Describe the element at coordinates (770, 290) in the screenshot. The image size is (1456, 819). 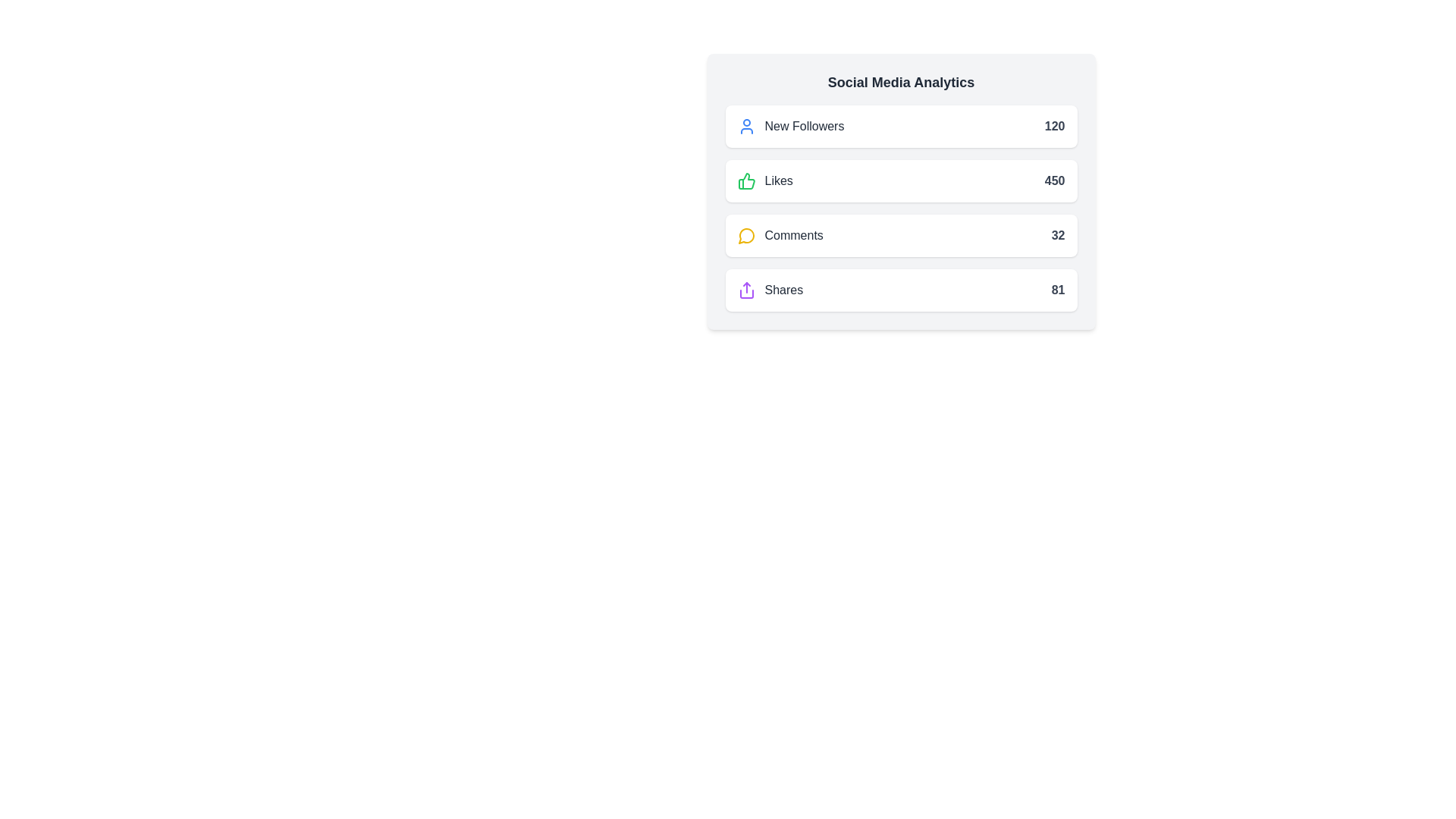
I see `the text label that describes the number of shares, which is located in the bottom section of the 'Social Media Analytics' box, specifically in the fourth row of information` at that location.